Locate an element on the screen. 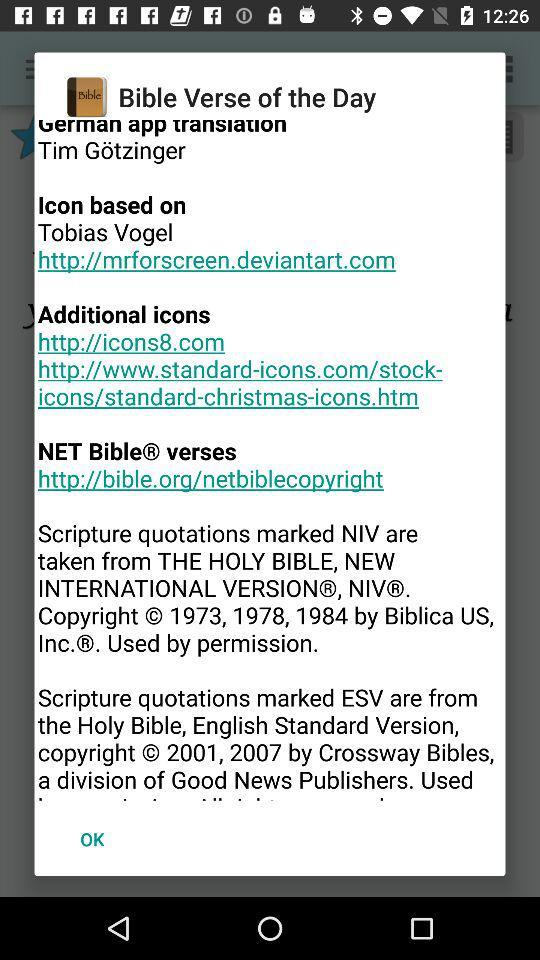 This screenshot has height=960, width=540. the ok item is located at coordinates (91, 839).